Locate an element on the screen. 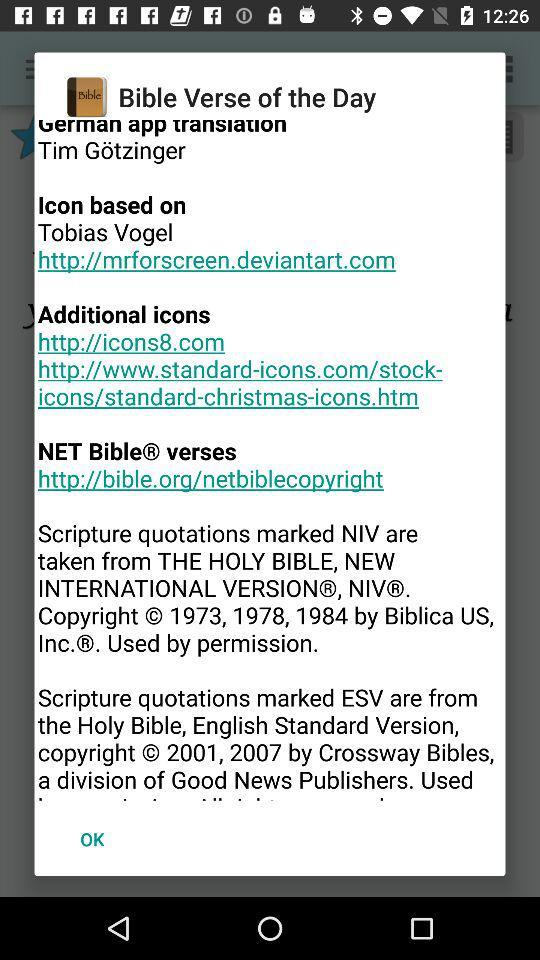 This screenshot has height=960, width=540. the ok item is located at coordinates (91, 839).